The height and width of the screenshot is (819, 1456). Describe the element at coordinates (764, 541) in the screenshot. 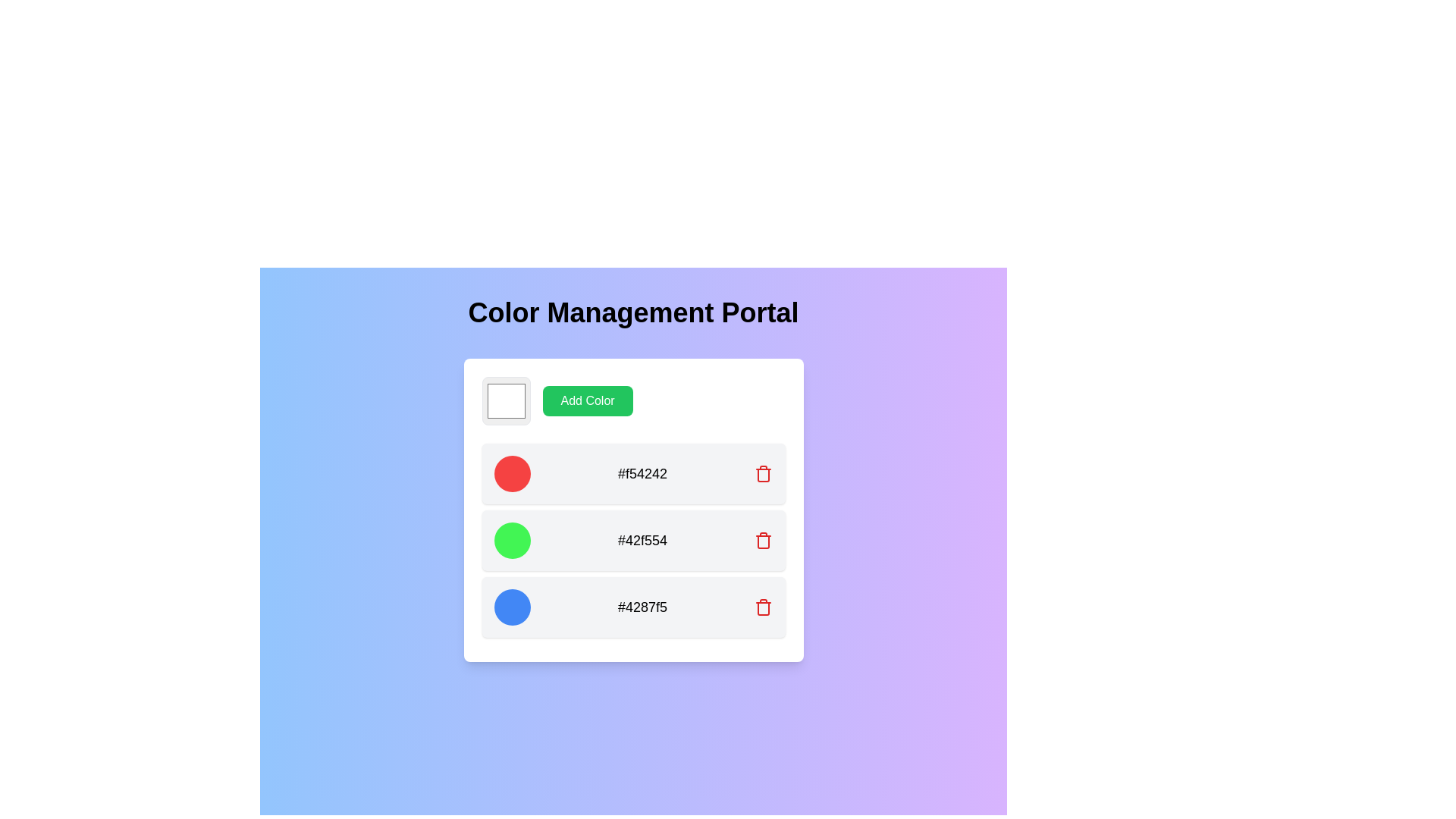

I see `the delete button located at the far right of the third row in the color item list` at that location.